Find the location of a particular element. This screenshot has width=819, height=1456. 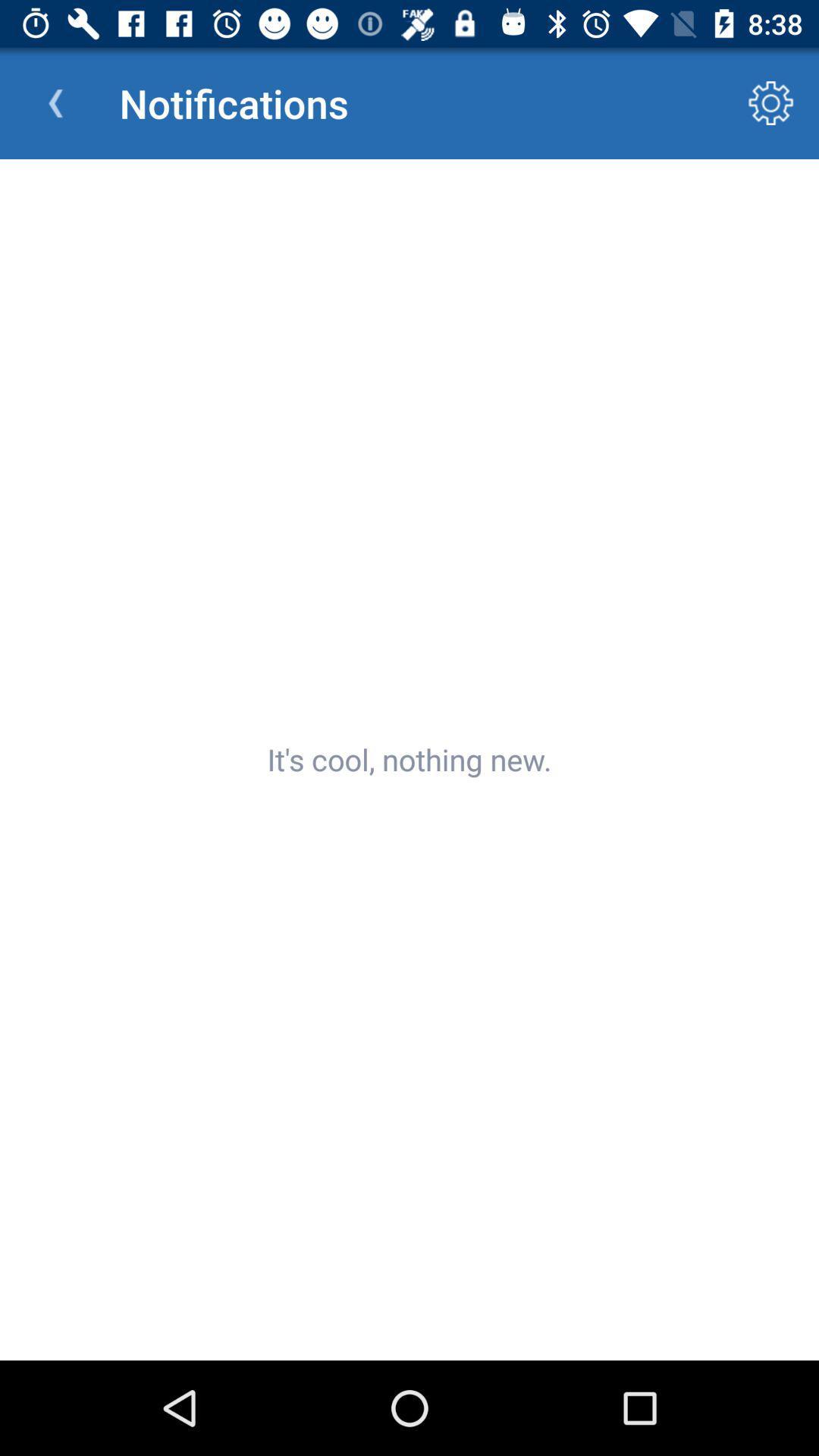

the item above it s cool is located at coordinates (55, 102).